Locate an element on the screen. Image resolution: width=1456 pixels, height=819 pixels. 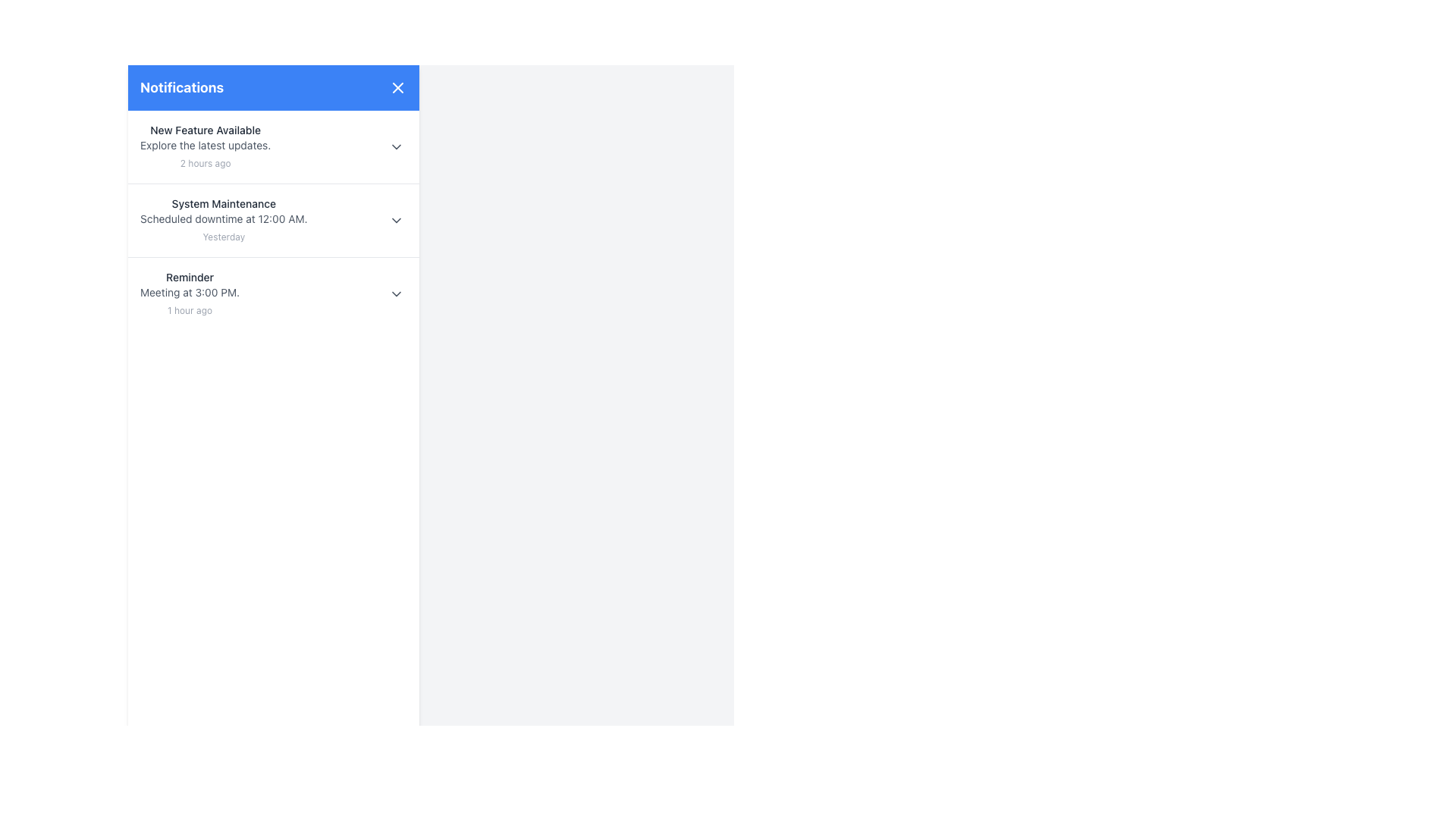
the downward-facing arrow icon button with a light gray background, positioned at the right end of the notification labeled 'Reminder, Meeting at 3:00 PM, 1 hour ago' is located at coordinates (397, 294).